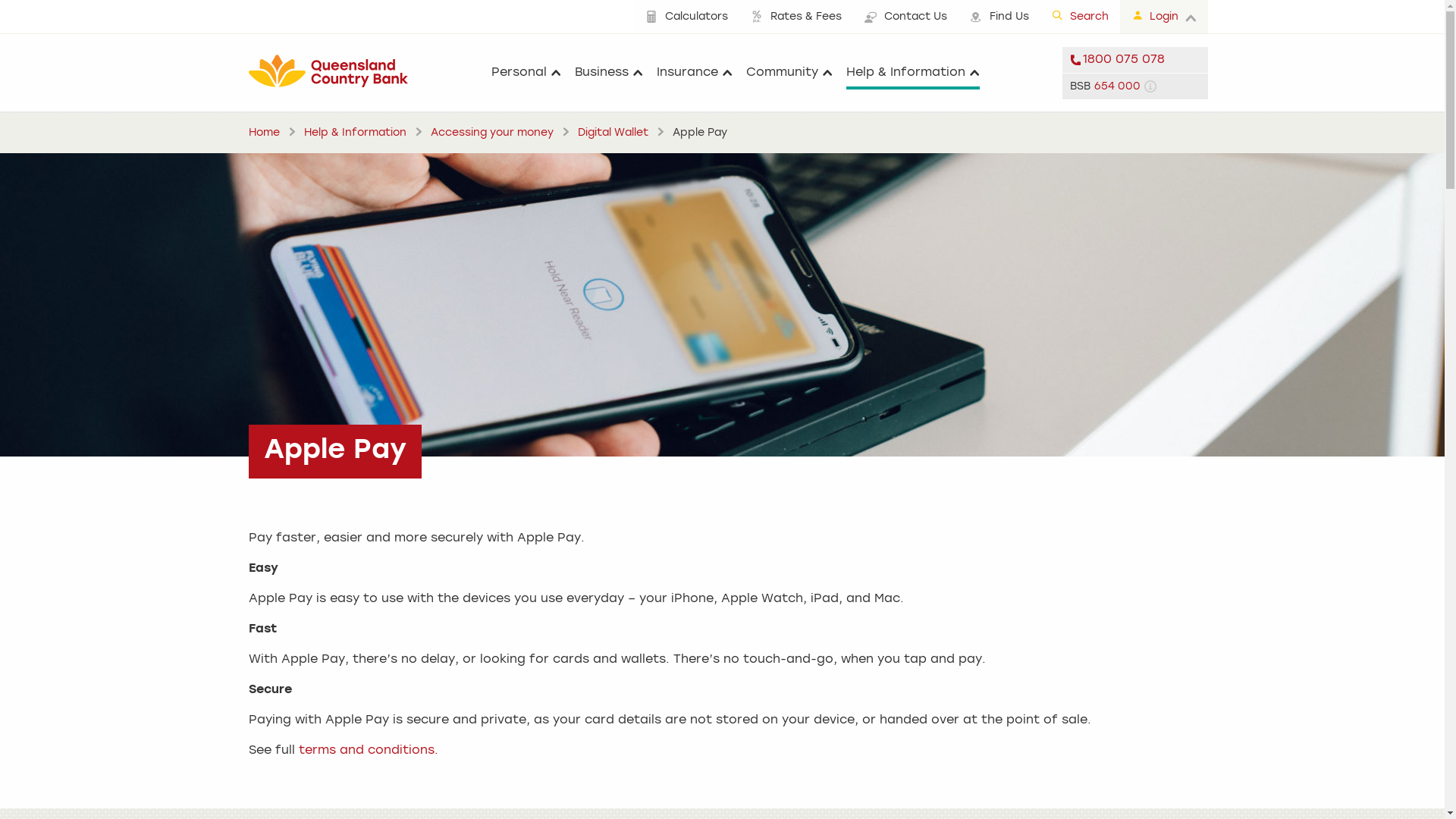 The width and height of the screenshot is (1456, 819). I want to click on 'Find Us', so click(999, 17).